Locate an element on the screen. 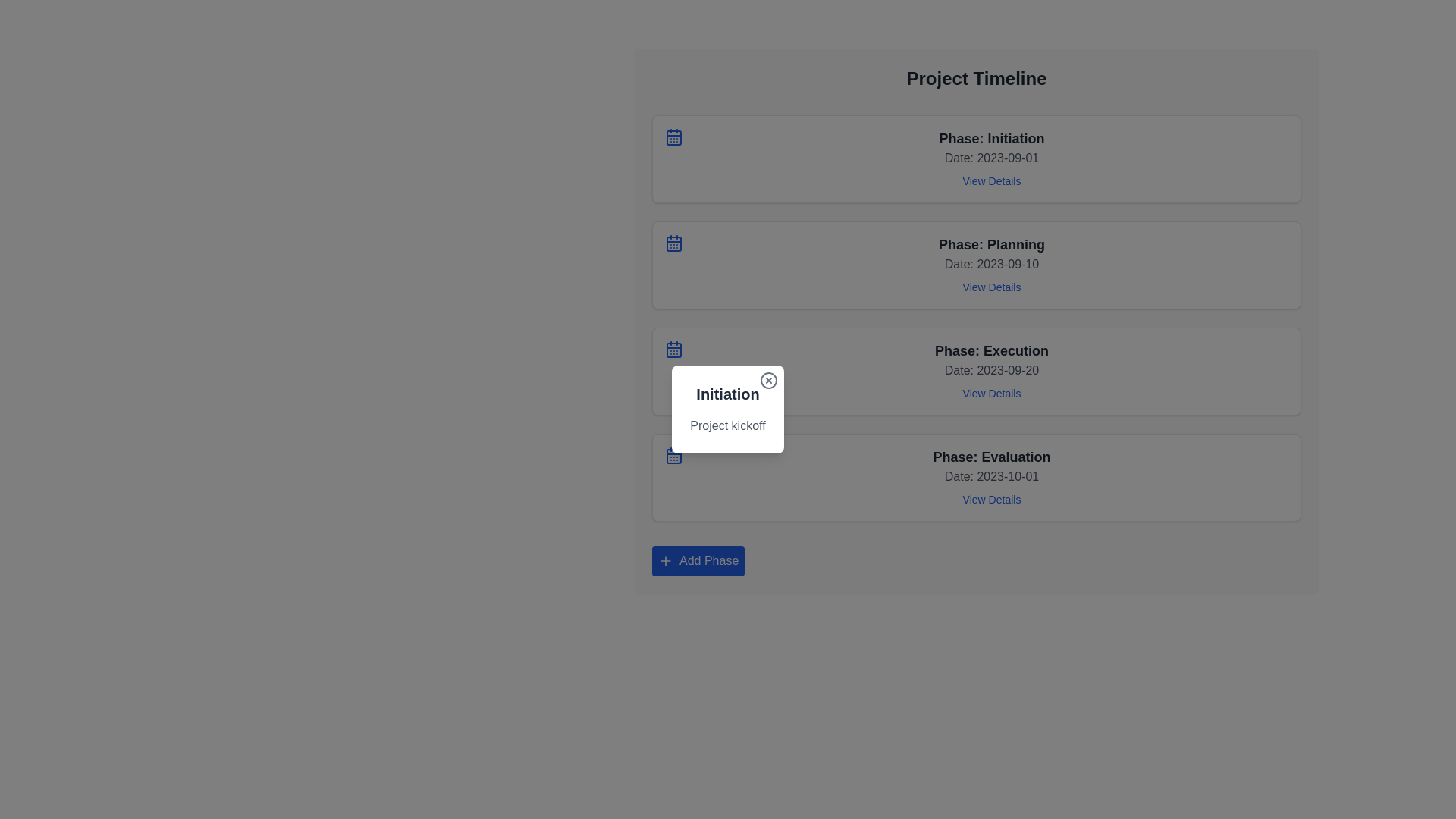 This screenshot has height=819, width=1456. the text block containing the phrase 'Phase: Evaluation', which is styled in bold and located at the bottom of the timeline list is located at coordinates (992, 456).